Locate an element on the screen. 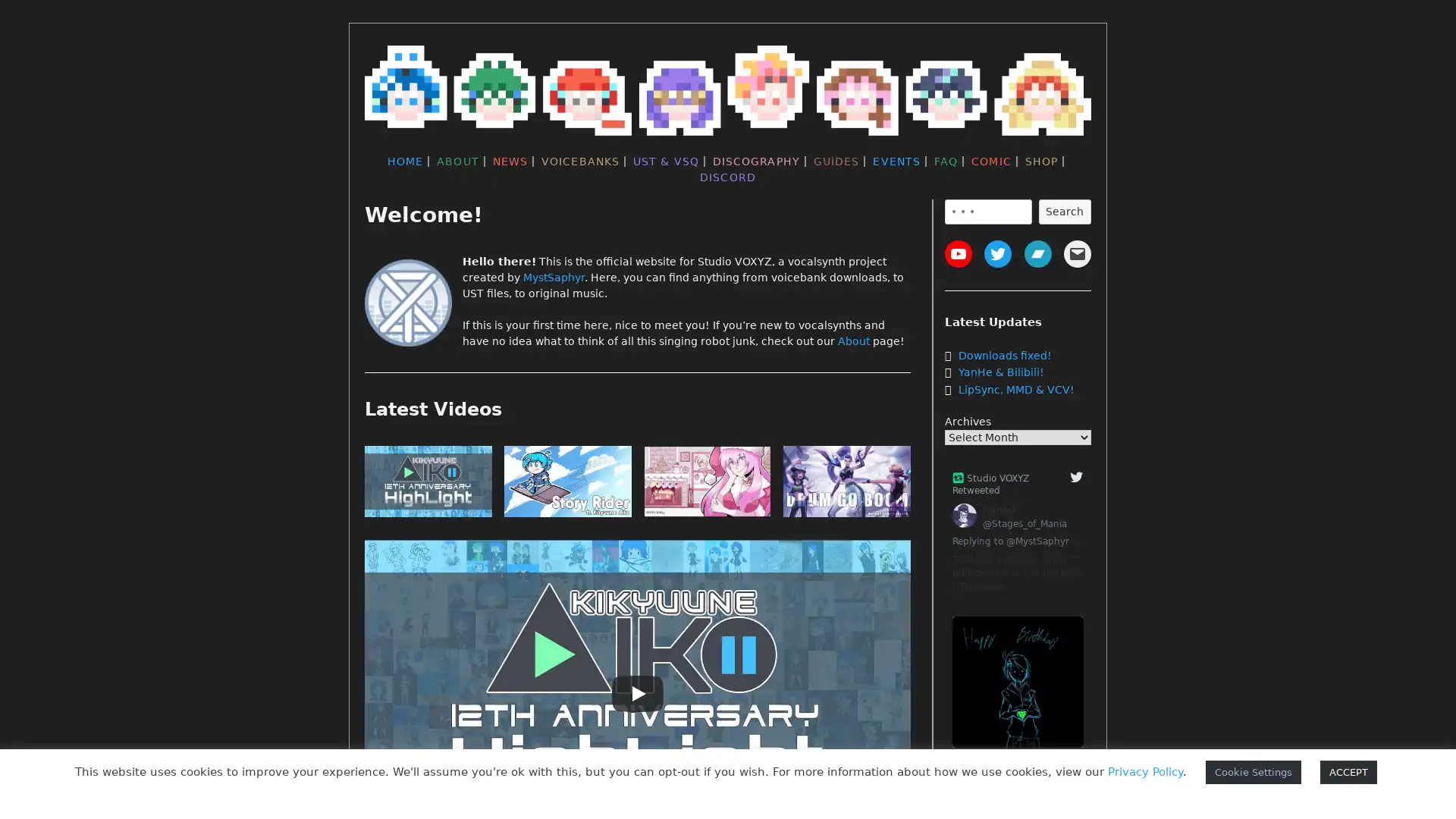 The height and width of the screenshot is (819, 1456). play is located at coordinates (706, 485).